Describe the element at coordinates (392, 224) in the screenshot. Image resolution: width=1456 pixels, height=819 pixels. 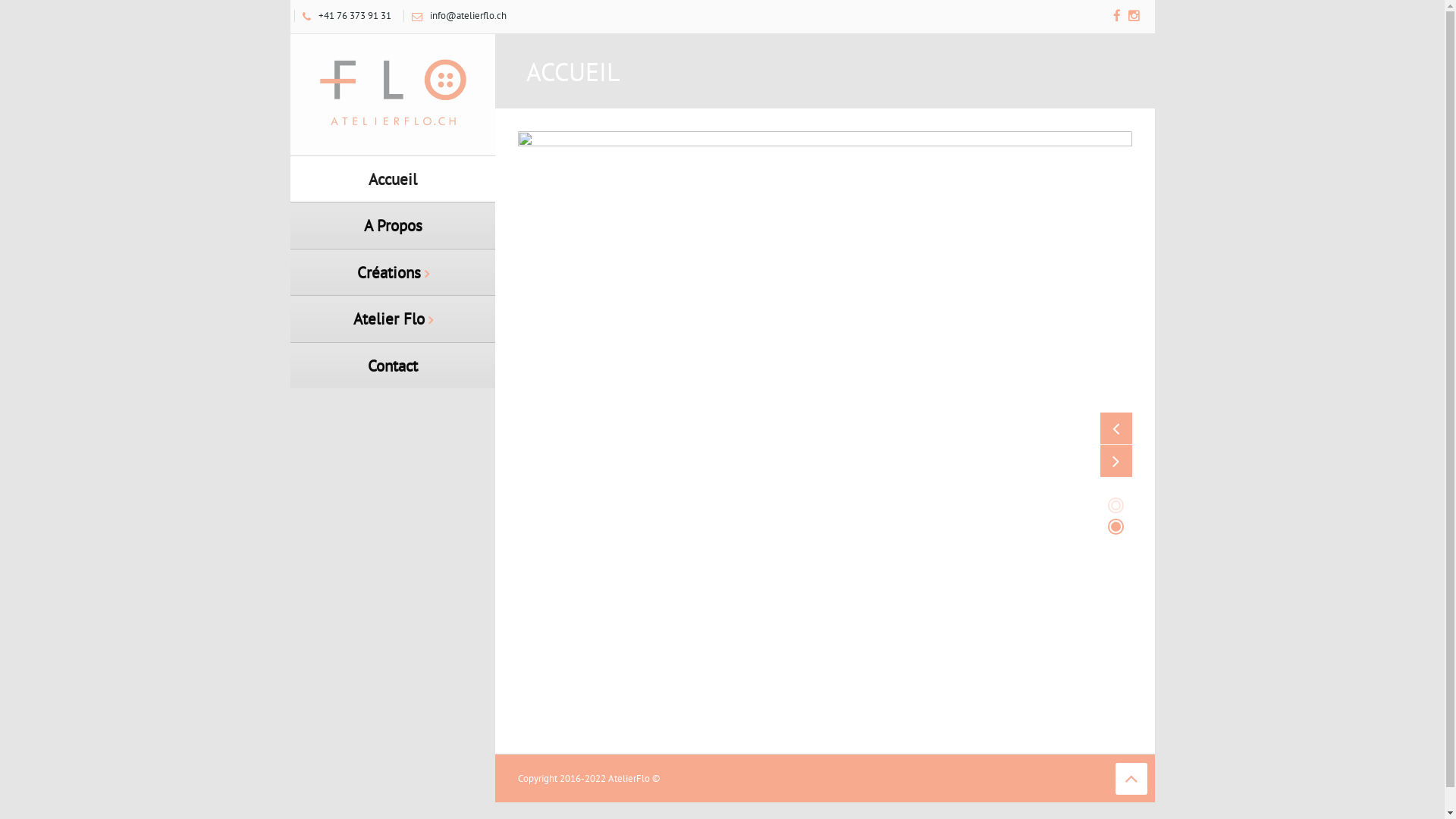
I see `'A Propos'` at that location.